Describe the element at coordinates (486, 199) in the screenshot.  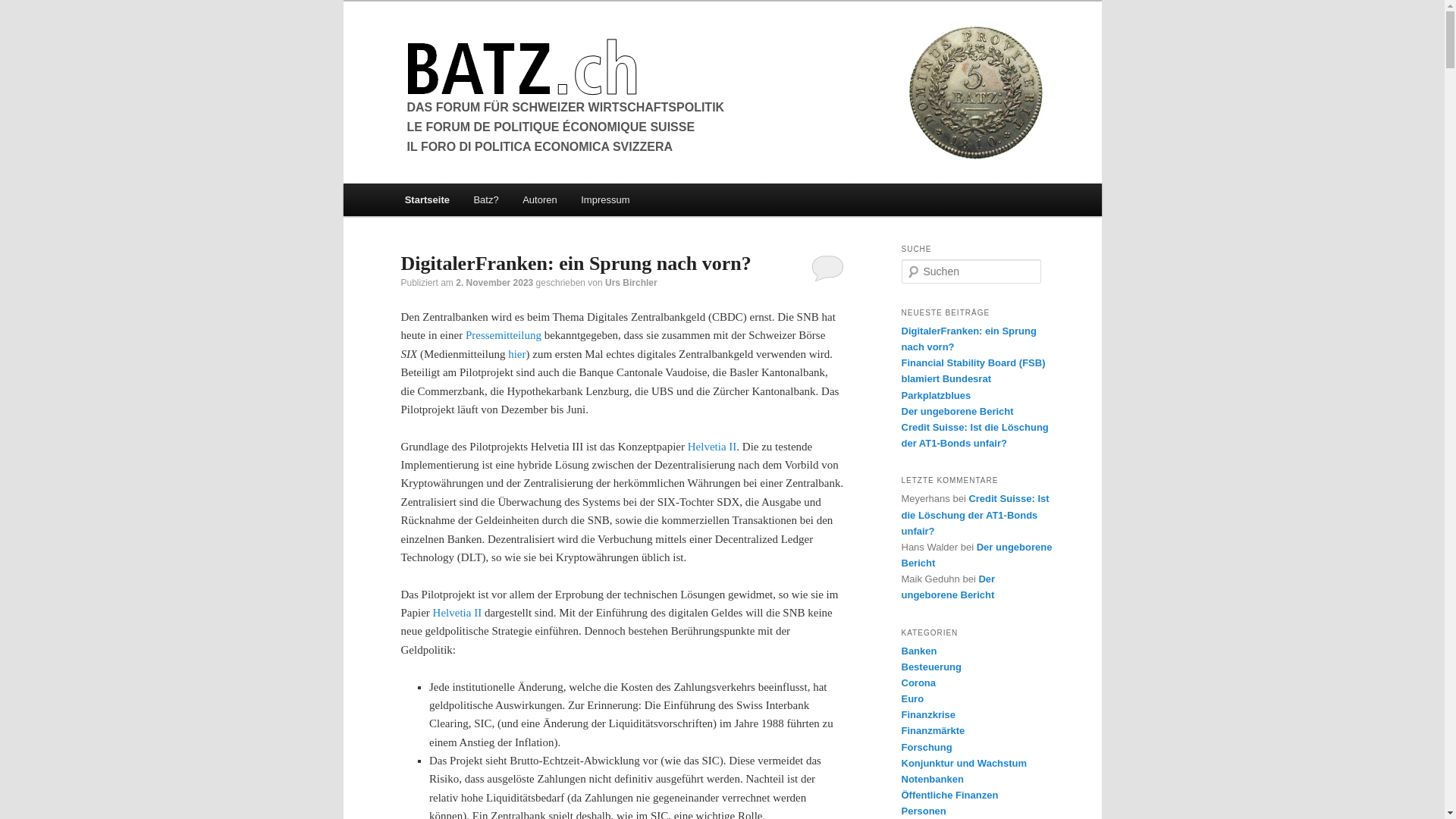
I see `'Batz?'` at that location.